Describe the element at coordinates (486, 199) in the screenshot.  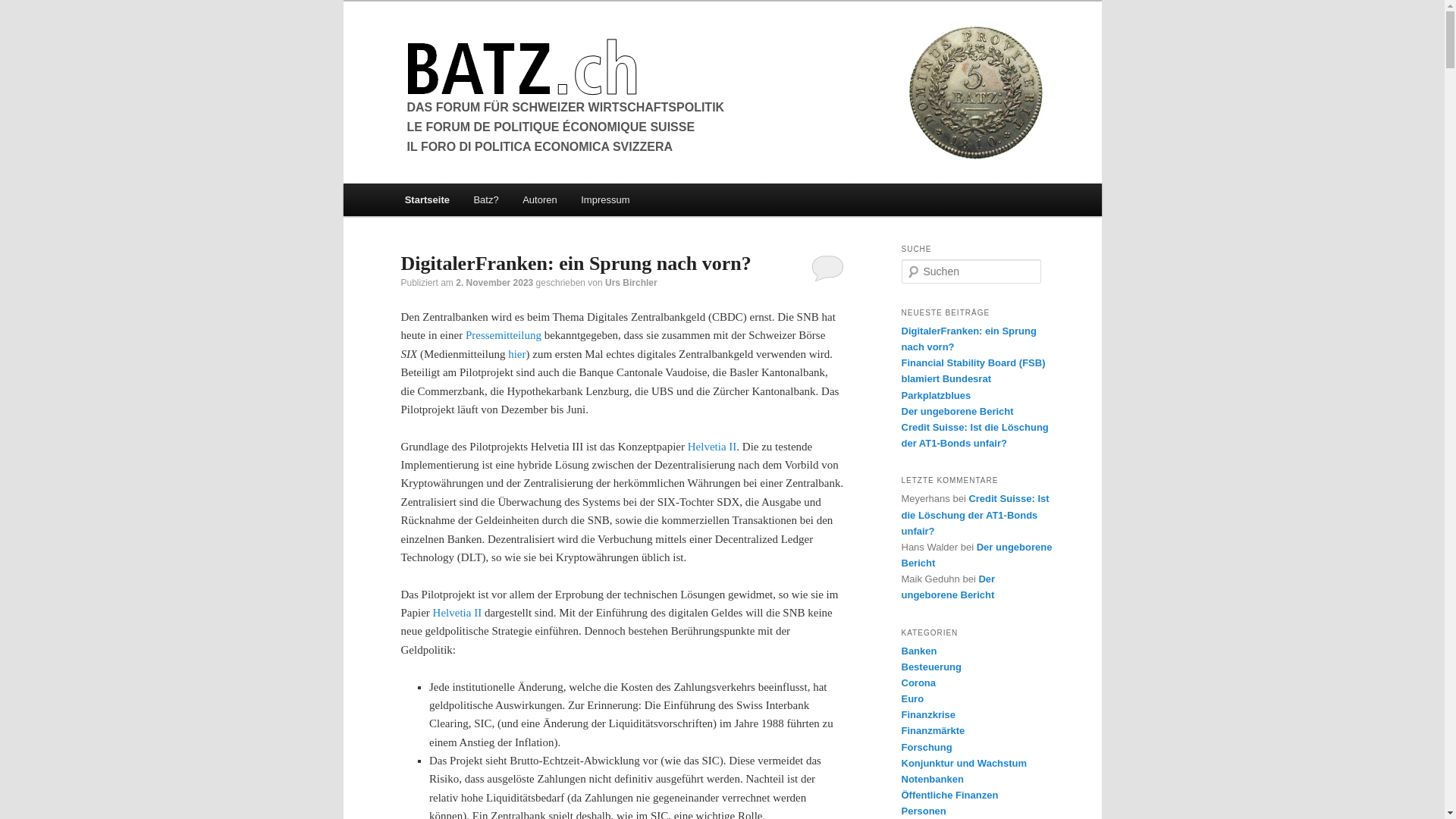
I see `'Batz?'` at that location.